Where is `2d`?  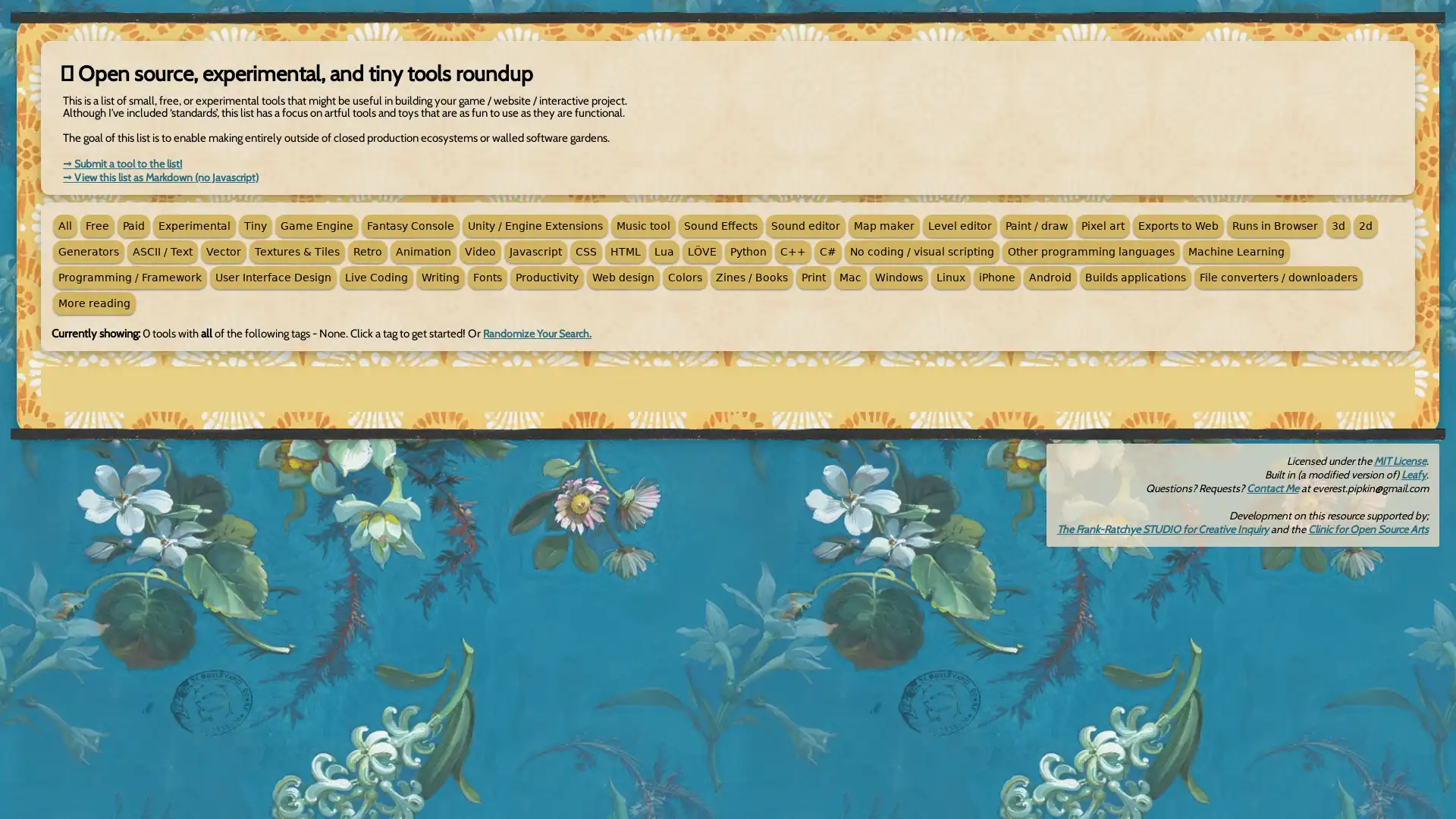 2d is located at coordinates (1365, 225).